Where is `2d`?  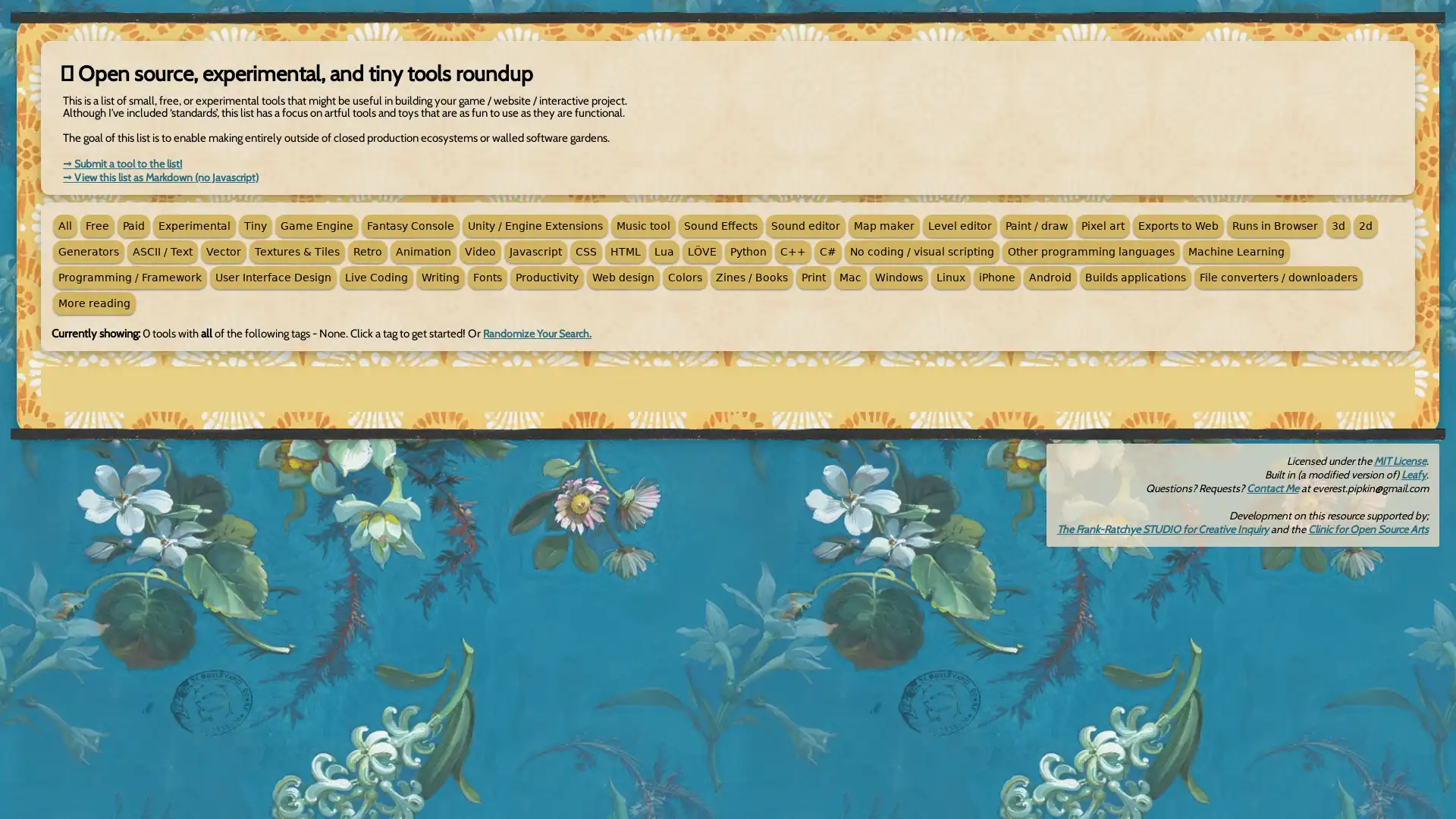 2d is located at coordinates (1365, 225).